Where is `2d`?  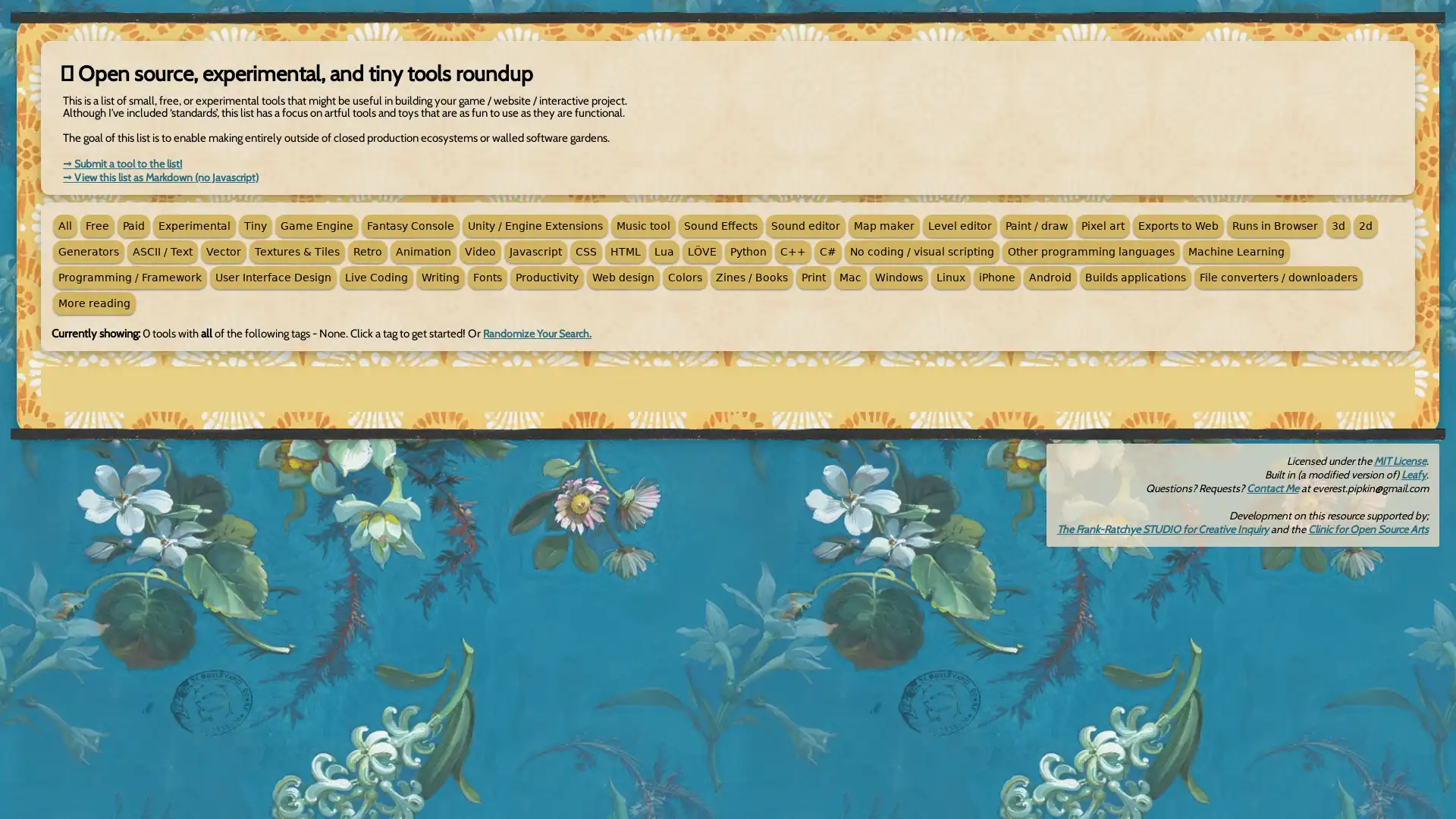 2d is located at coordinates (1365, 225).